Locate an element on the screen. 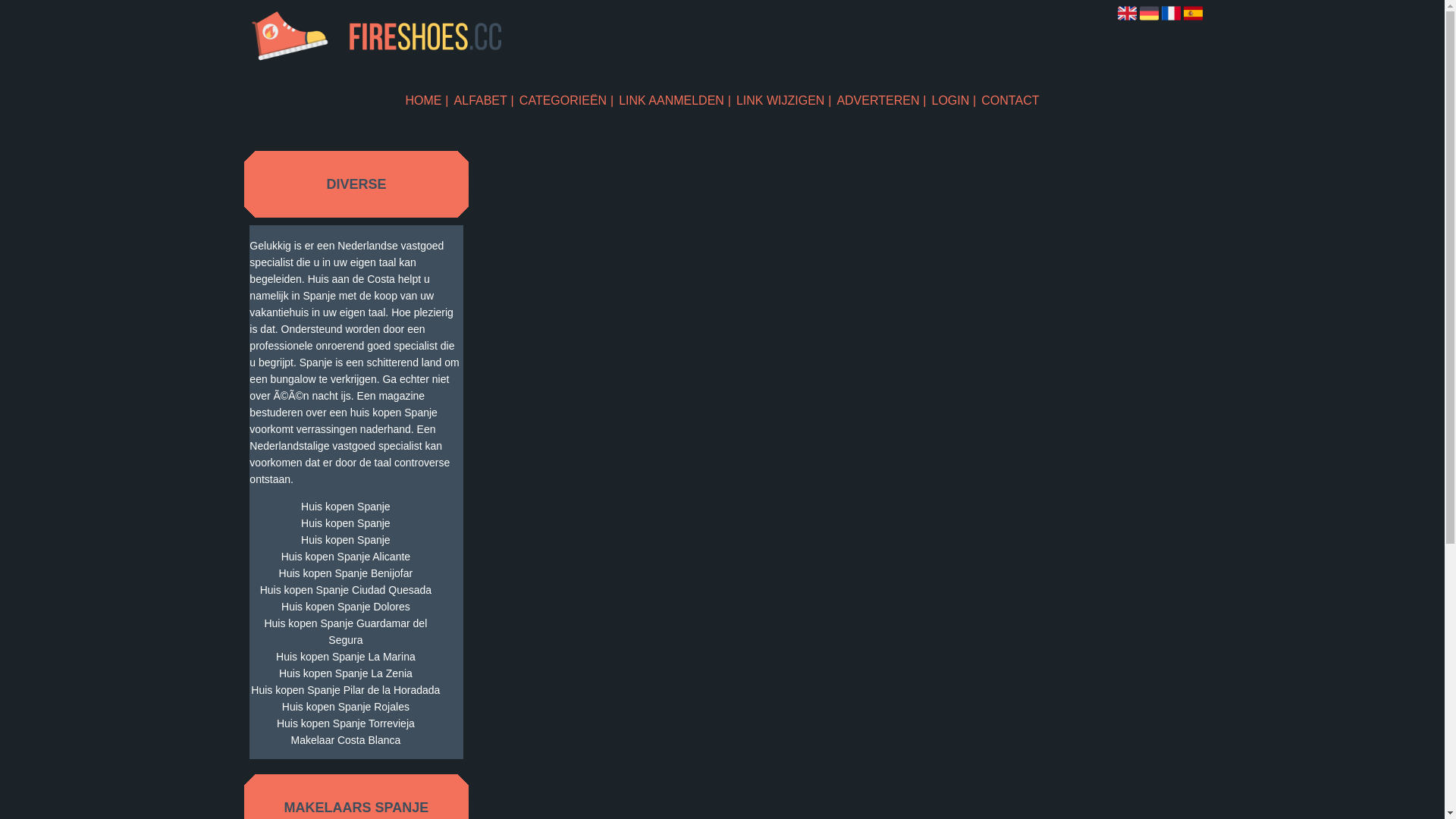 The height and width of the screenshot is (819, 1456). 'LINK WIJZIGEN' is located at coordinates (783, 100).